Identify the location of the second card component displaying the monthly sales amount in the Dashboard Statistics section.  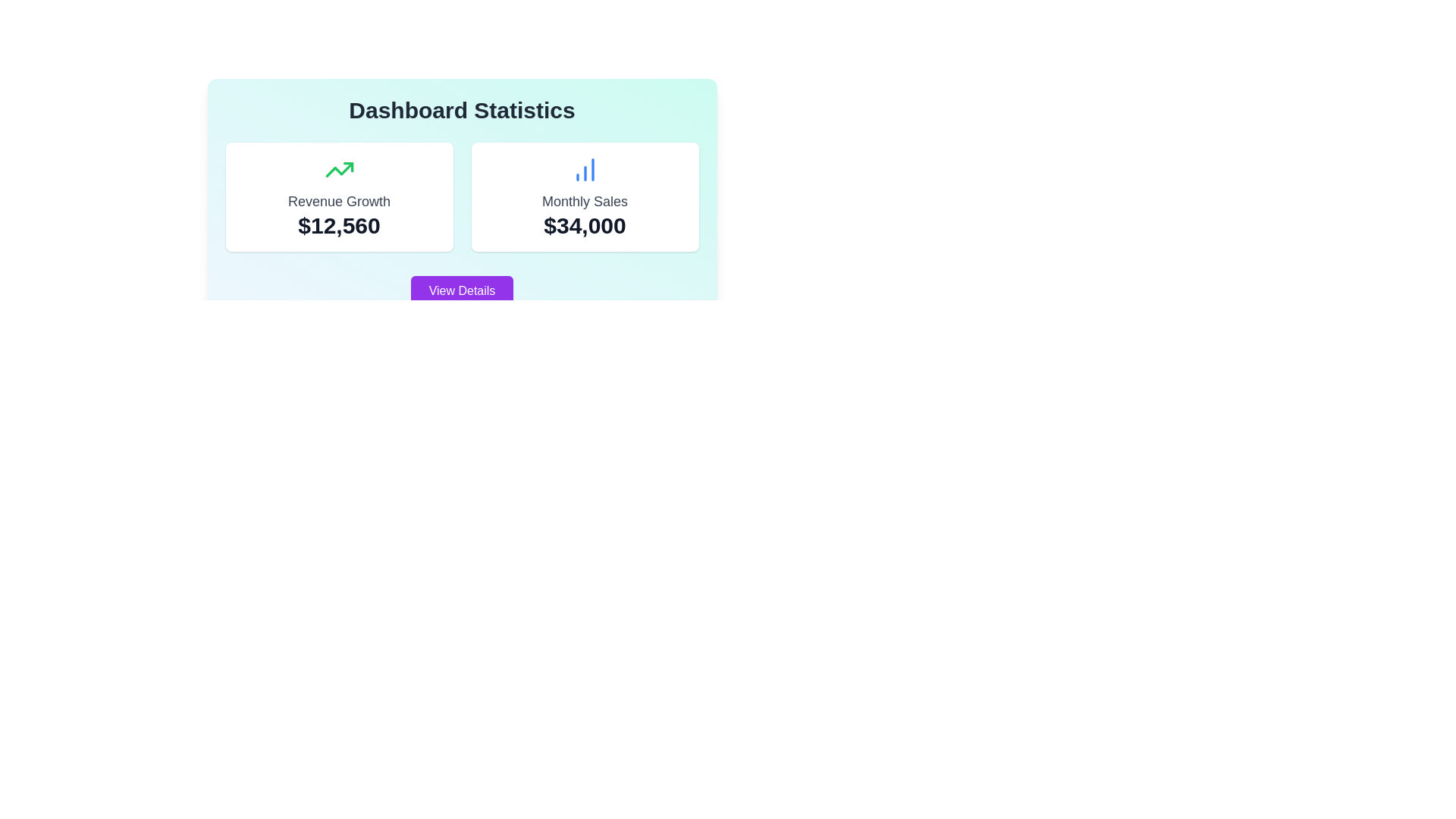
(584, 196).